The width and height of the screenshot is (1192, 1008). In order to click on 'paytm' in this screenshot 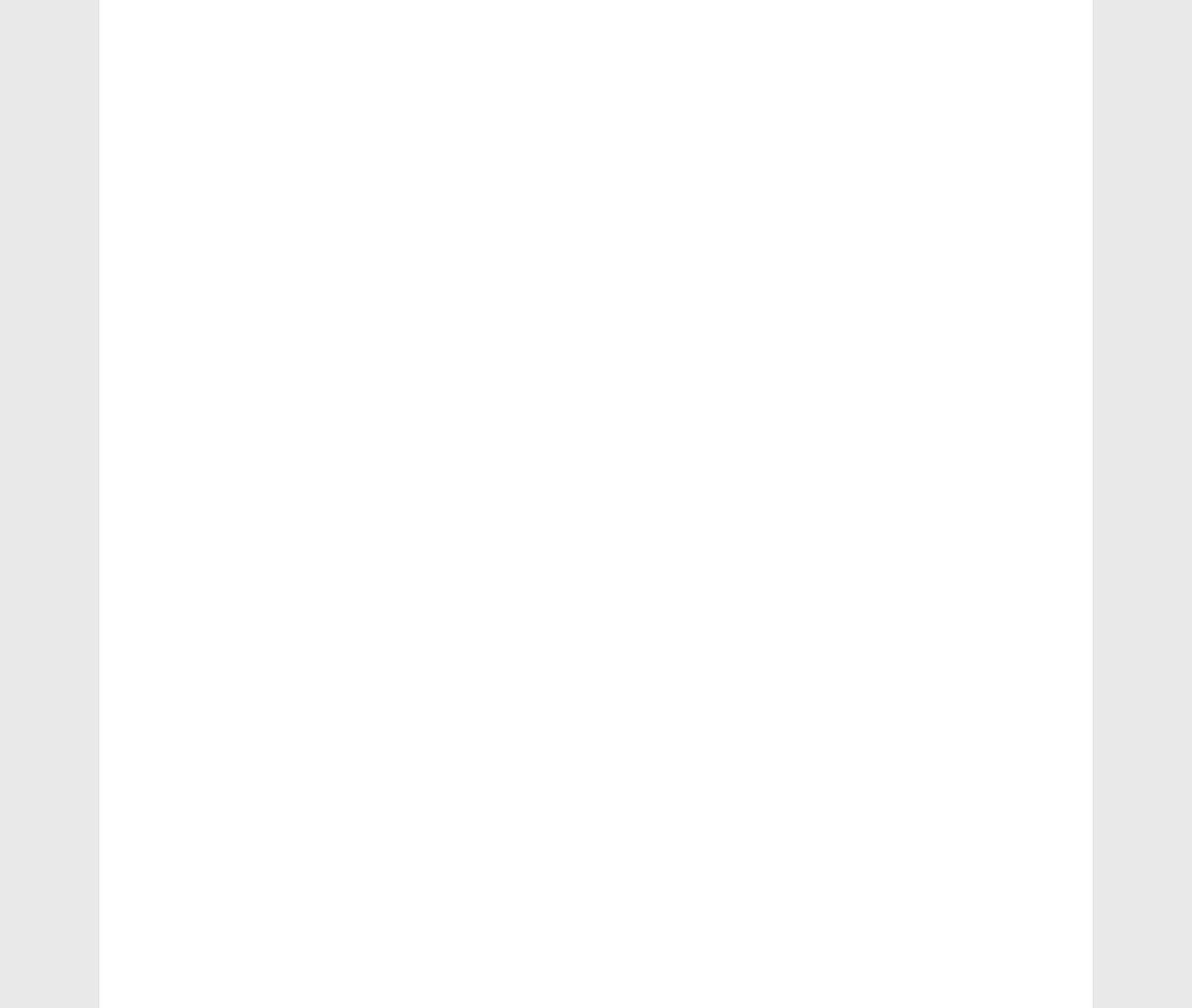, I will do `click(860, 242)`.